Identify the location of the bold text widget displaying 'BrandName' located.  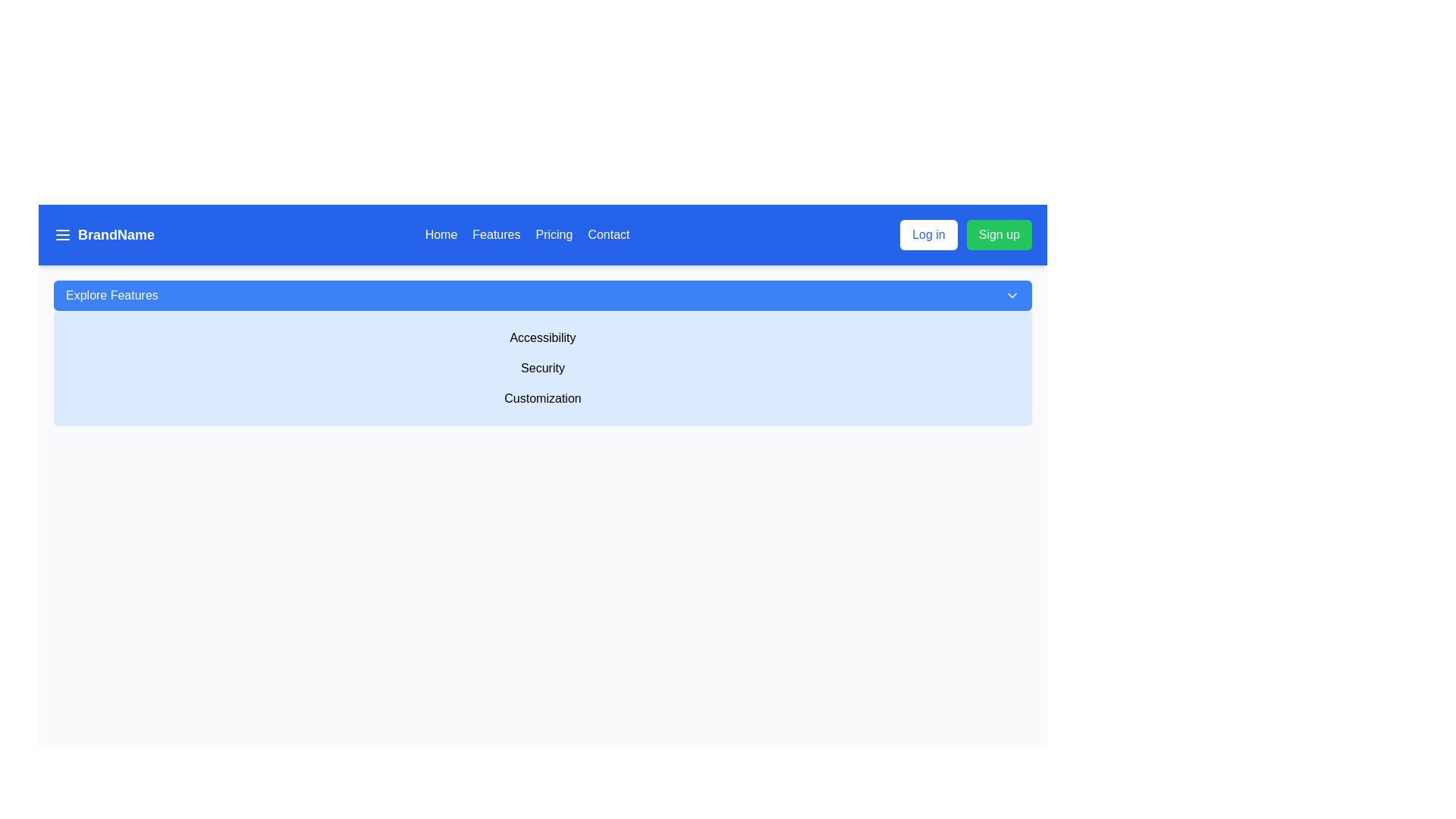
(103, 234).